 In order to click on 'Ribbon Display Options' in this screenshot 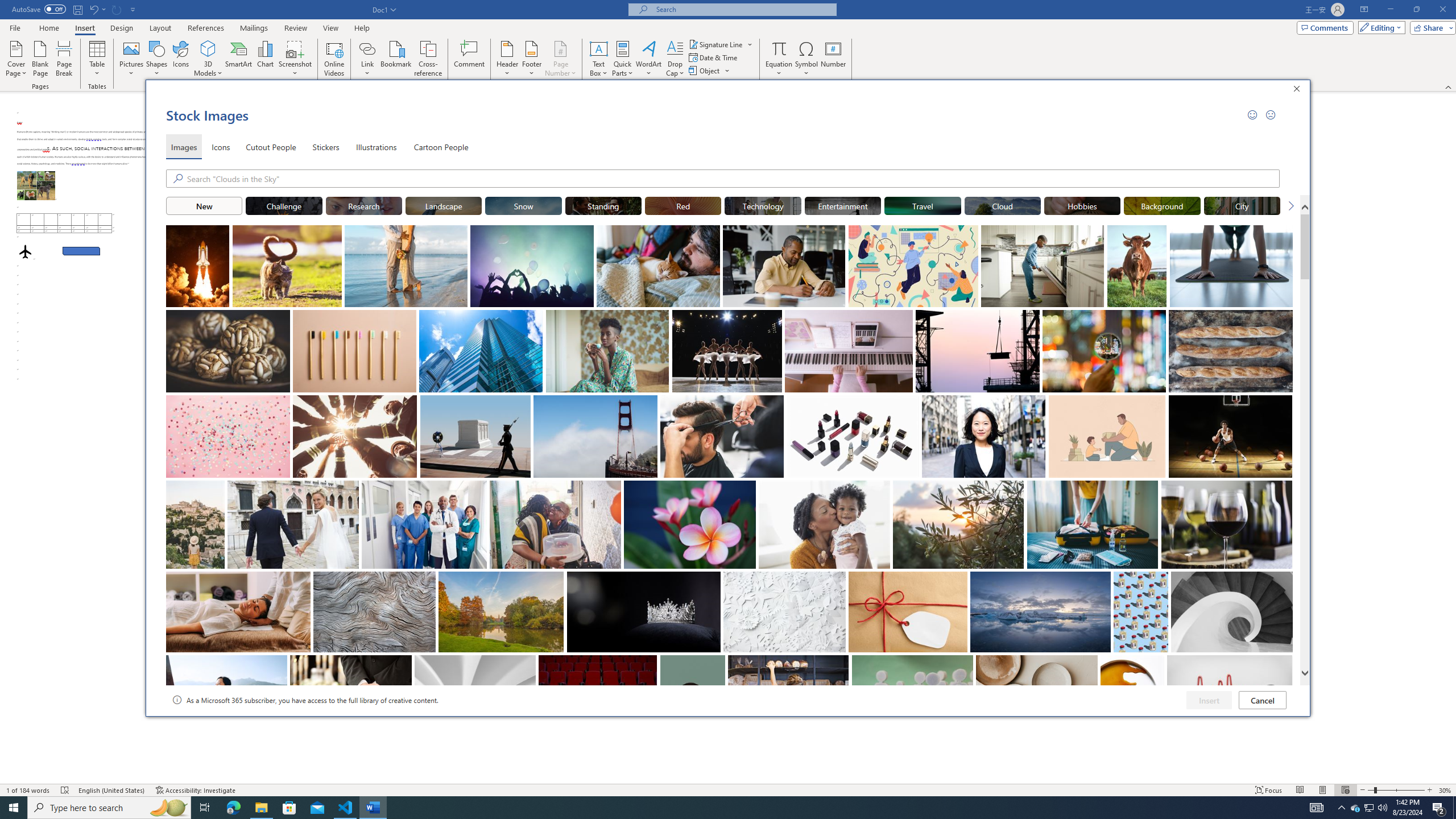, I will do `click(1363, 9)`.